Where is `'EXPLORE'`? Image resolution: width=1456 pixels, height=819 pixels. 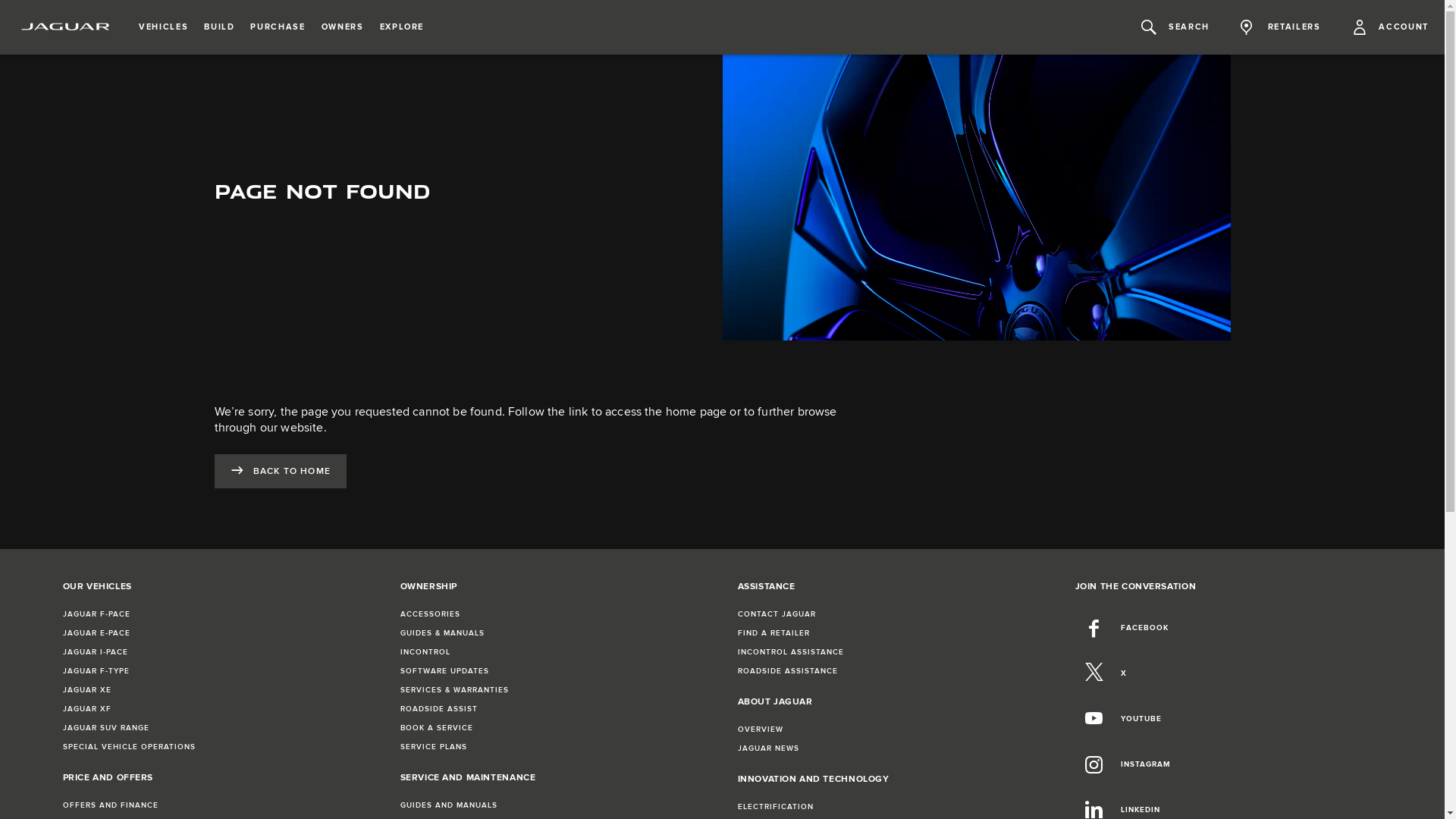
'EXPLORE' is located at coordinates (402, 27).